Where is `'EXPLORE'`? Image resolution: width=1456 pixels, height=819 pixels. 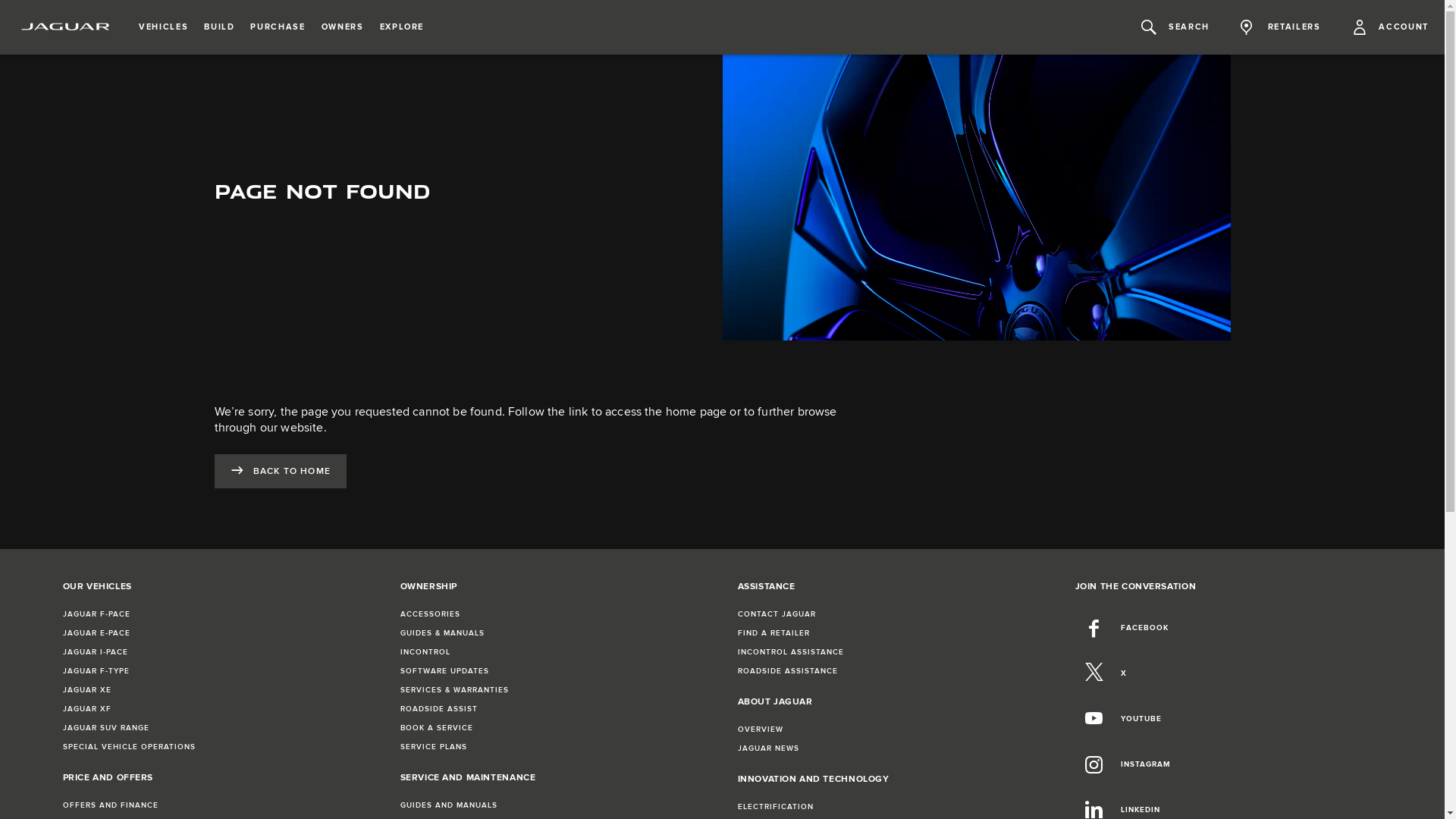
'EXPLORE' is located at coordinates (402, 27).